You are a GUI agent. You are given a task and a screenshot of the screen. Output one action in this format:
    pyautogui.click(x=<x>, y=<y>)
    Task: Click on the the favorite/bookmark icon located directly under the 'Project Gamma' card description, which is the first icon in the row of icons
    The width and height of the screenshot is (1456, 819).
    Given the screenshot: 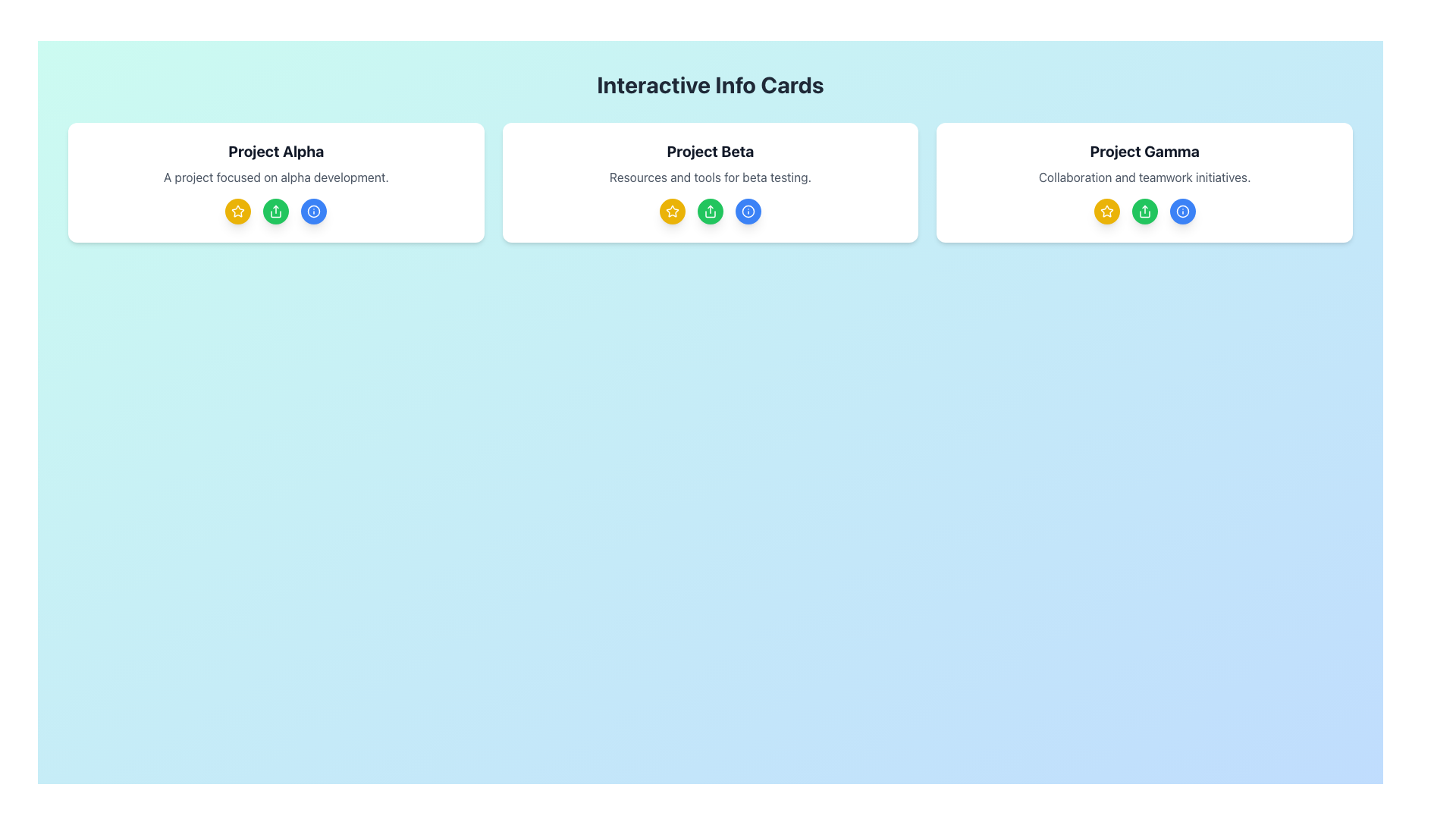 What is the action you would take?
    pyautogui.click(x=1106, y=210)
    